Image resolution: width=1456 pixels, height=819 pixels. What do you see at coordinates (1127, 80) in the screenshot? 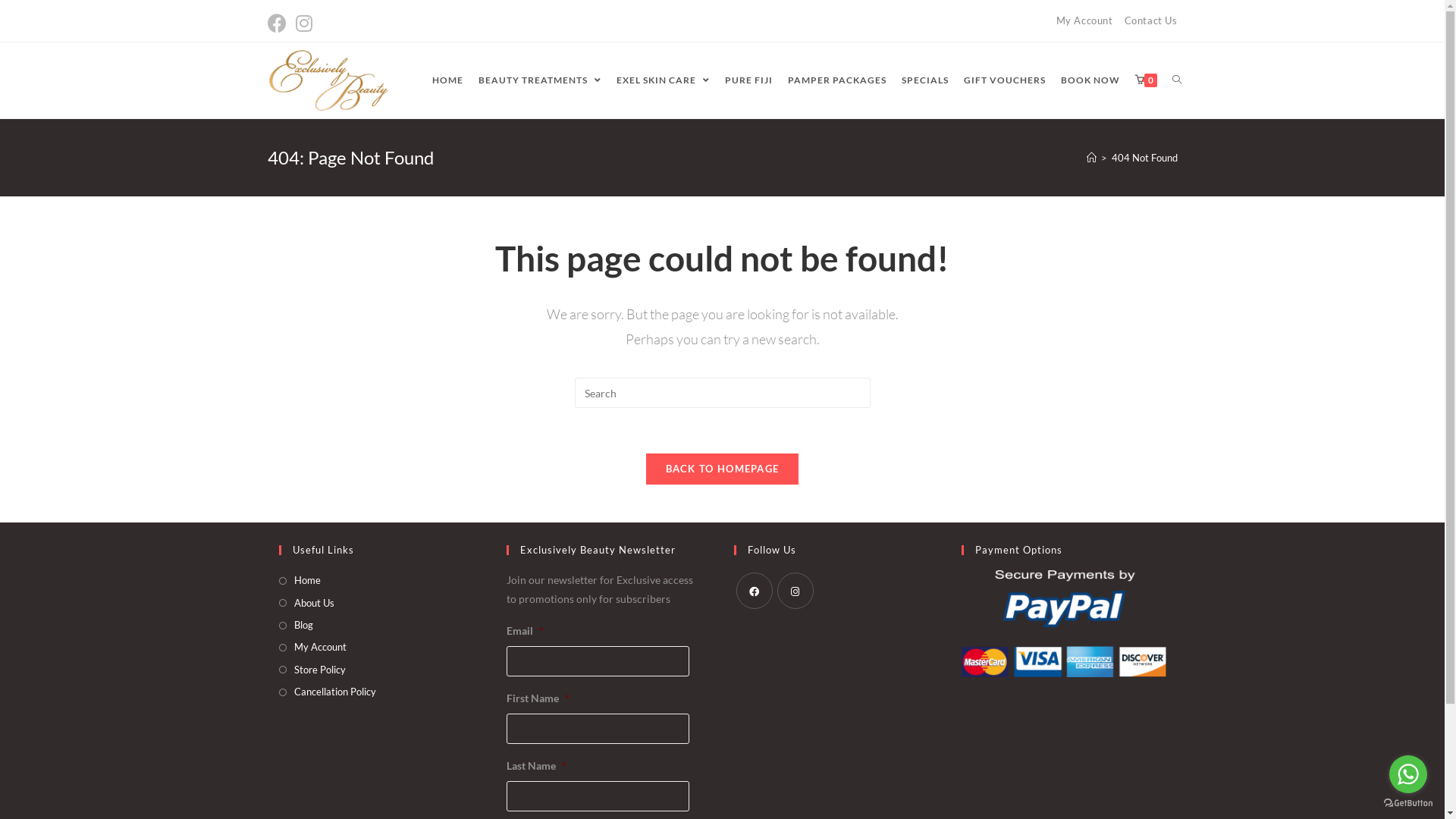
I see `'0'` at bounding box center [1127, 80].